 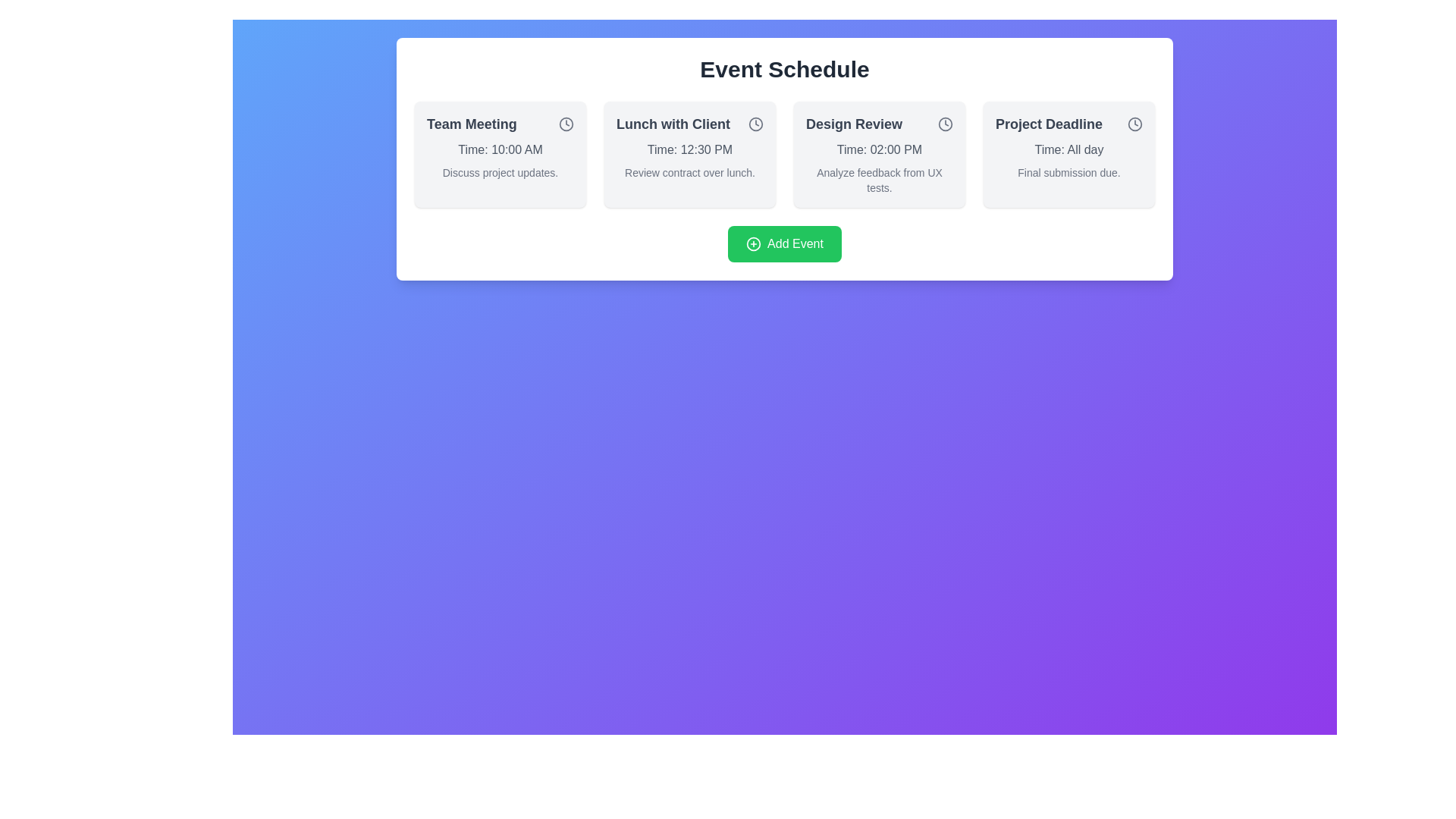 What do you see at coordinates (854, 124) in the screenshot?
I see `the bold text element displaying 'Design Review' located in the third card of the event schedule, styled in dark gray color` at bounding box center [854, 124].